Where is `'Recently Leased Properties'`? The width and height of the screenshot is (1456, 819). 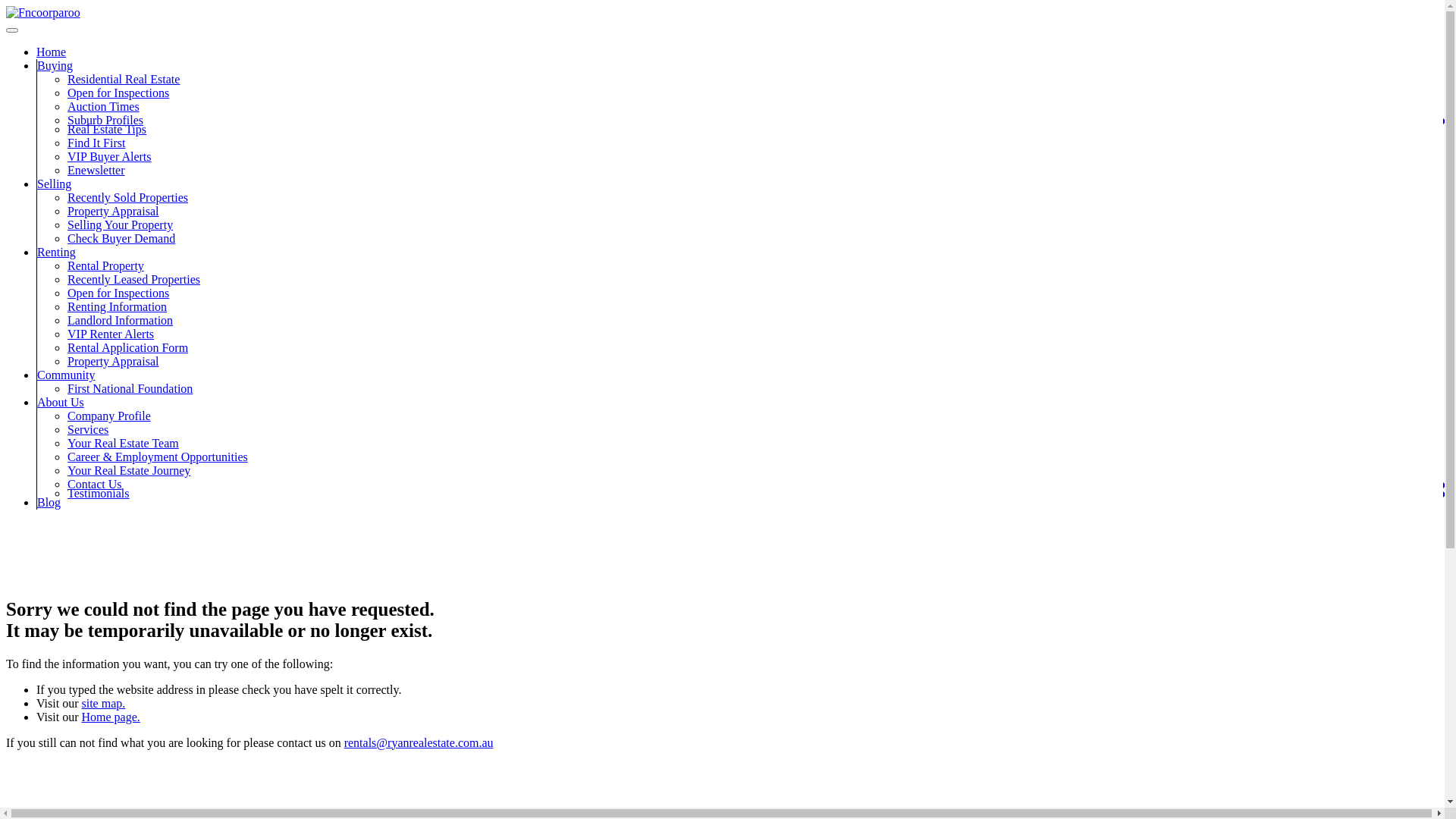 'Recently Leased Properties' is located at coordinates (133, 279).